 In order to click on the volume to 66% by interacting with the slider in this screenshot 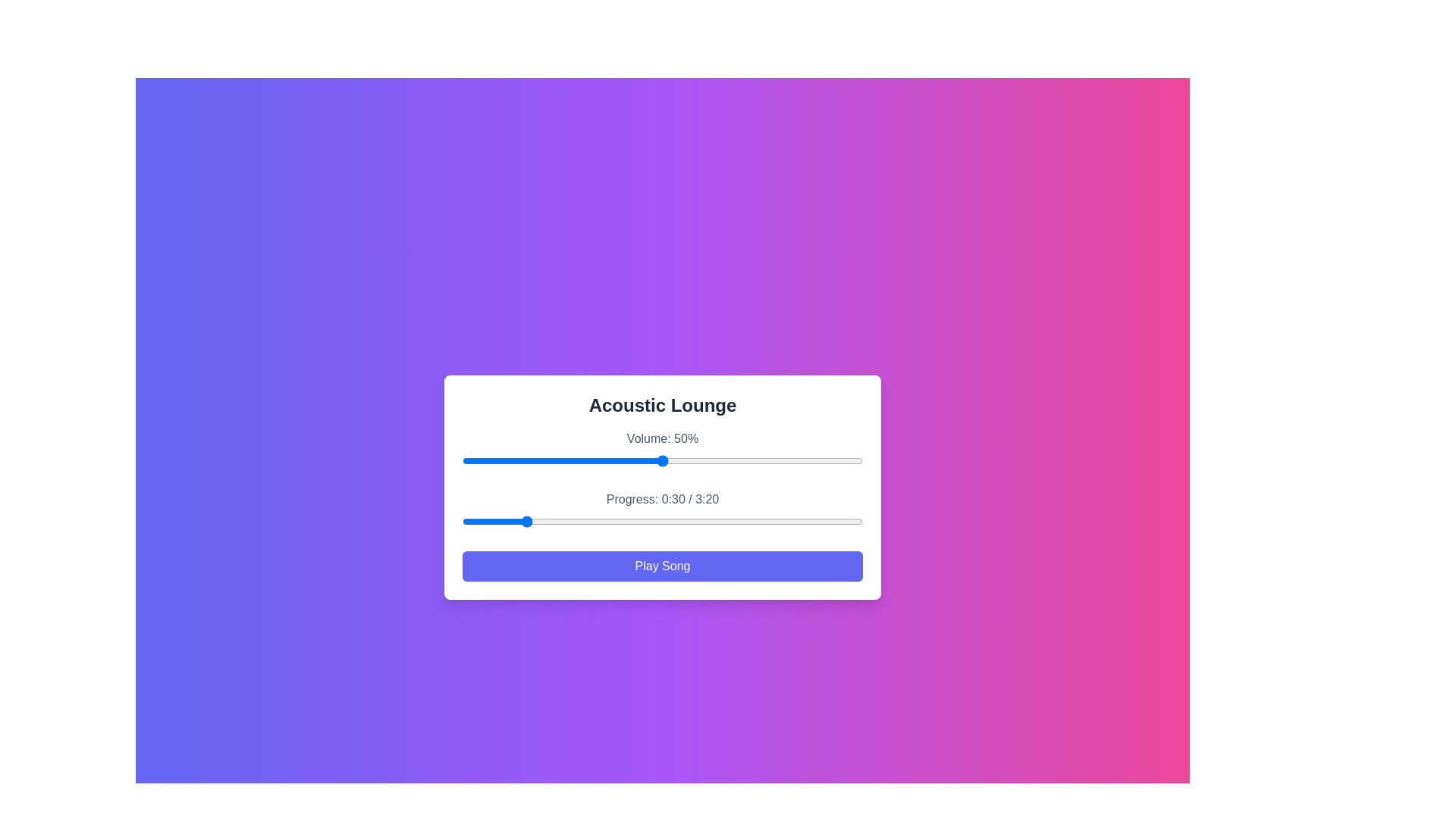, I will do `click(726, 460)`.